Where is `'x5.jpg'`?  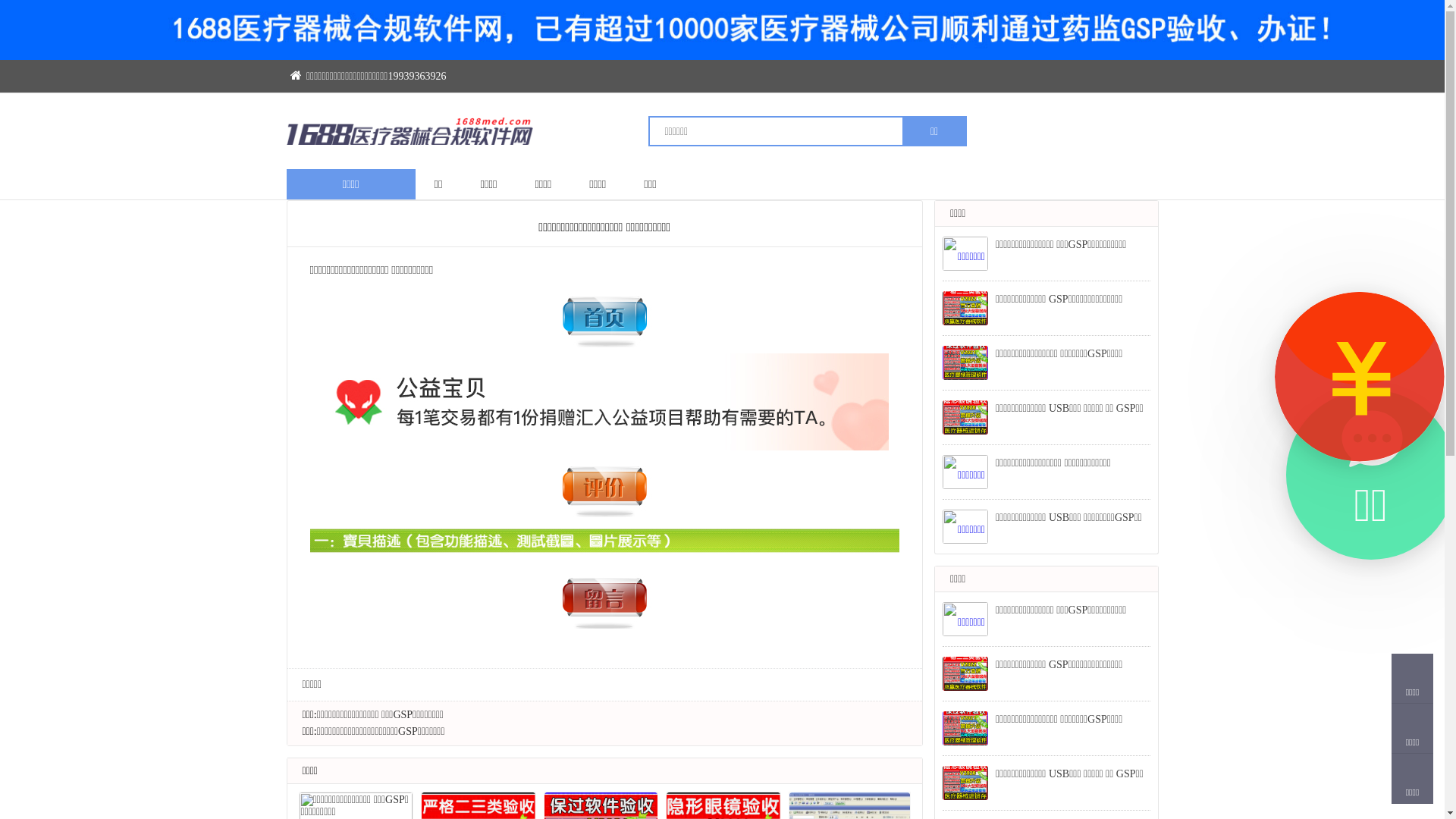
'x5.jpg' is located at coordinates (309, 541).